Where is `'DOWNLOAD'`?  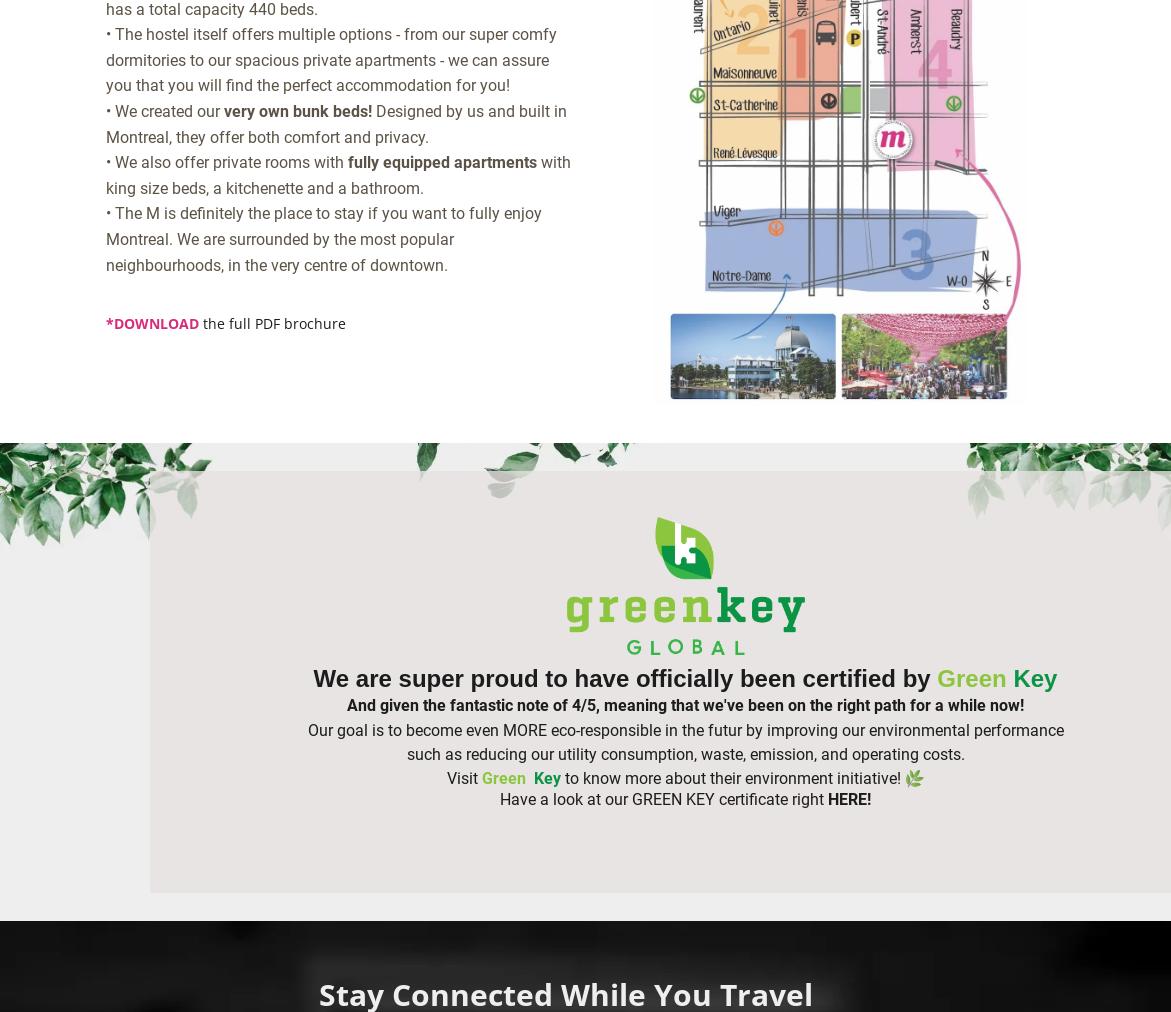
'DOWNLOAD' is located at coordinates (154, 322).